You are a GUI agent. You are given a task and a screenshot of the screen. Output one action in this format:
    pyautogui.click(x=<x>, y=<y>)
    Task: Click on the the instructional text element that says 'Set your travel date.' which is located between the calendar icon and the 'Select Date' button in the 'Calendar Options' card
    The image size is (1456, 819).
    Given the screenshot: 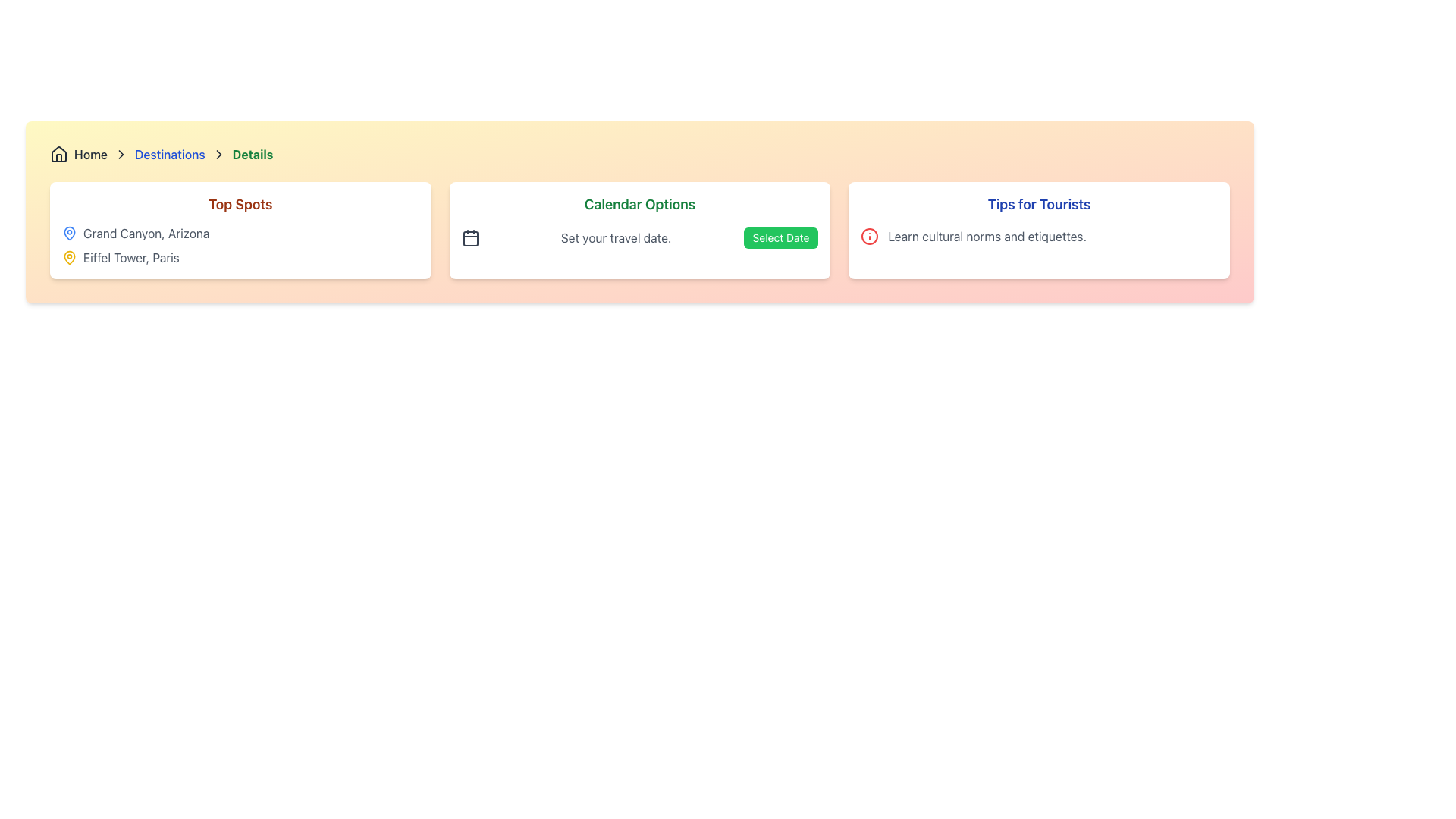 What is the action you would take?
    pyautogui.click(x=616, y=237)
    